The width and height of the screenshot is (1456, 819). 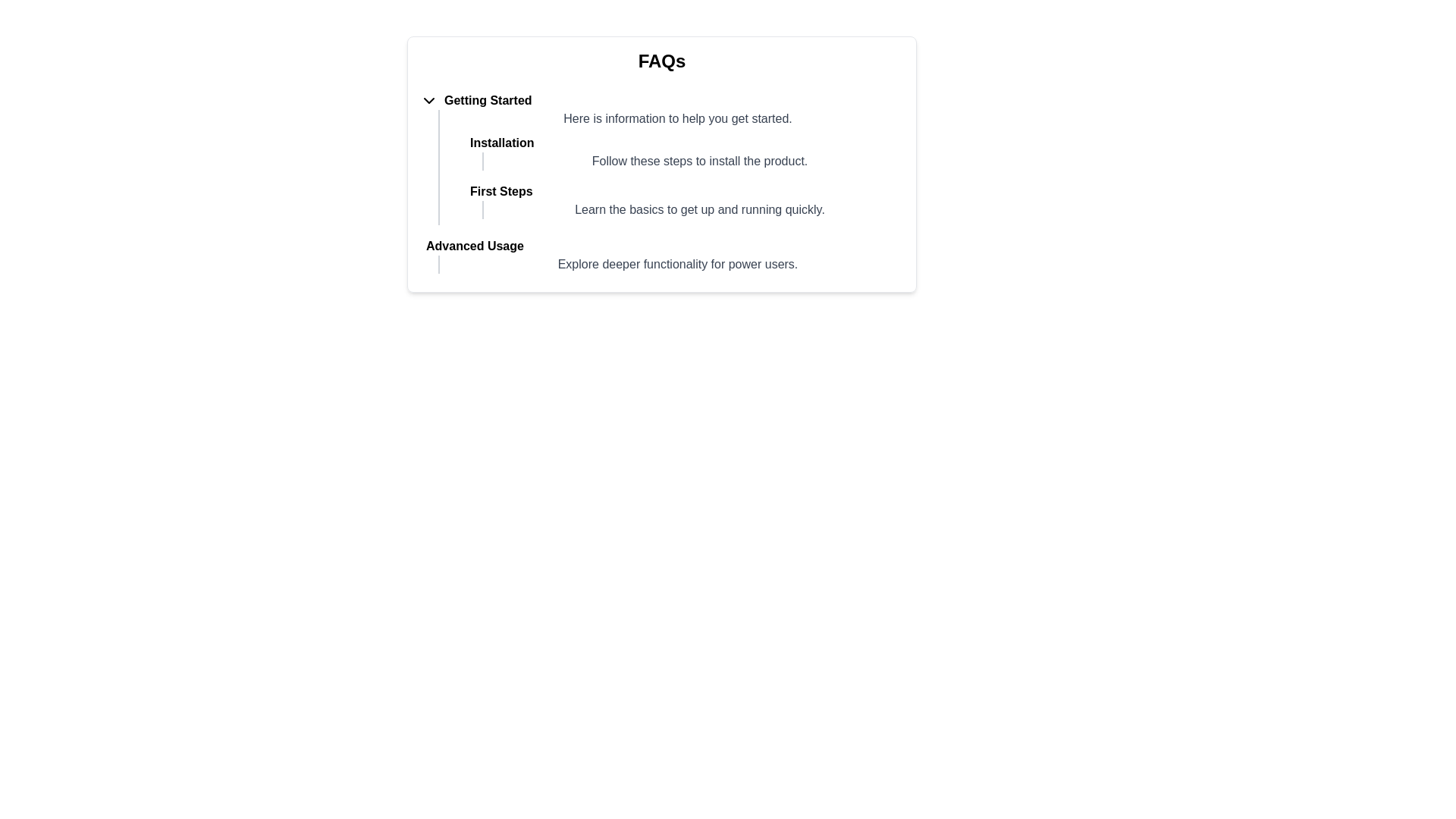 What do you see at coordinates (676, 152) in the screenshot?
I see `text content of the 'Installation' Text Block, which contains a bolded heading labeled 'Installation' followed by the descriptive text 'Follow these steps to install the product.'` at bounding box center [676, 152].